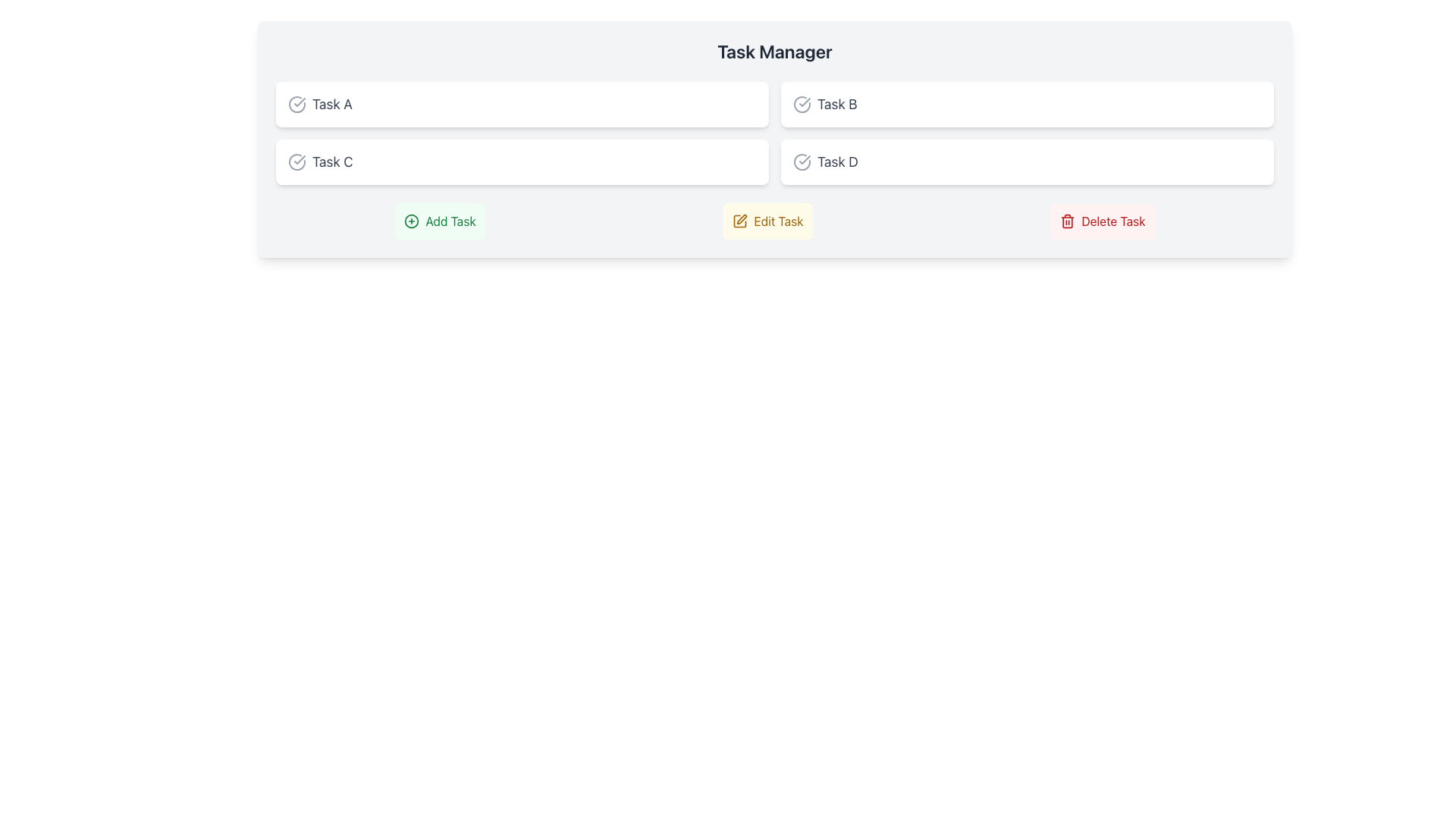  What do you see at coordinates (412, 221) in the screenshot?
I see `the 'Add Task' button icon located to the left of the text, which serves as a visual indicator for adding a task` at bounding box center [412, 221].